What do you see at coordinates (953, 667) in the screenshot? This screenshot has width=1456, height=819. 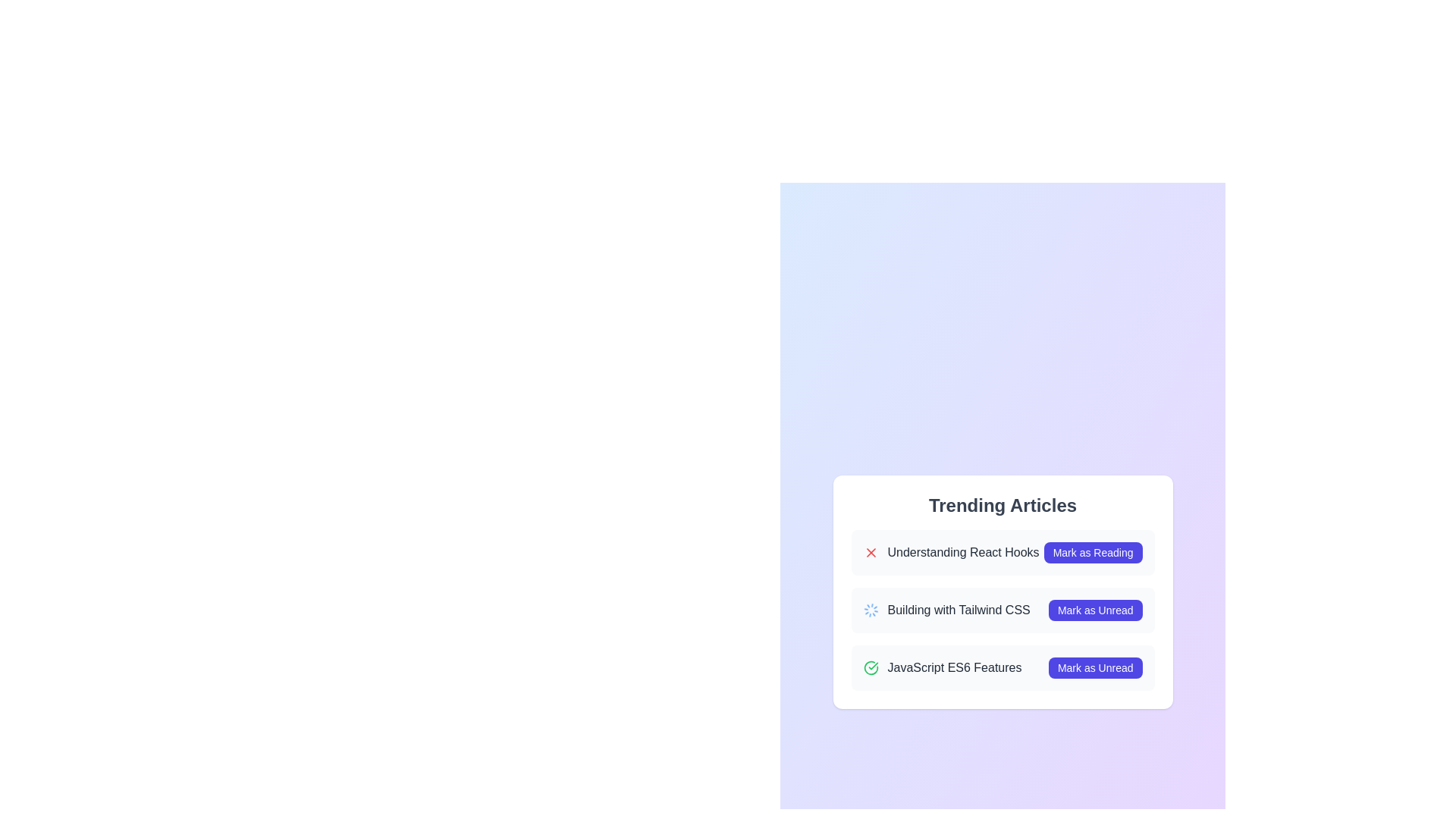 I see `the title text of the trending article located at the bottom of the list, which is aligned to the left of the green circle icon with a checkmark` at bounding box center [953, 667].